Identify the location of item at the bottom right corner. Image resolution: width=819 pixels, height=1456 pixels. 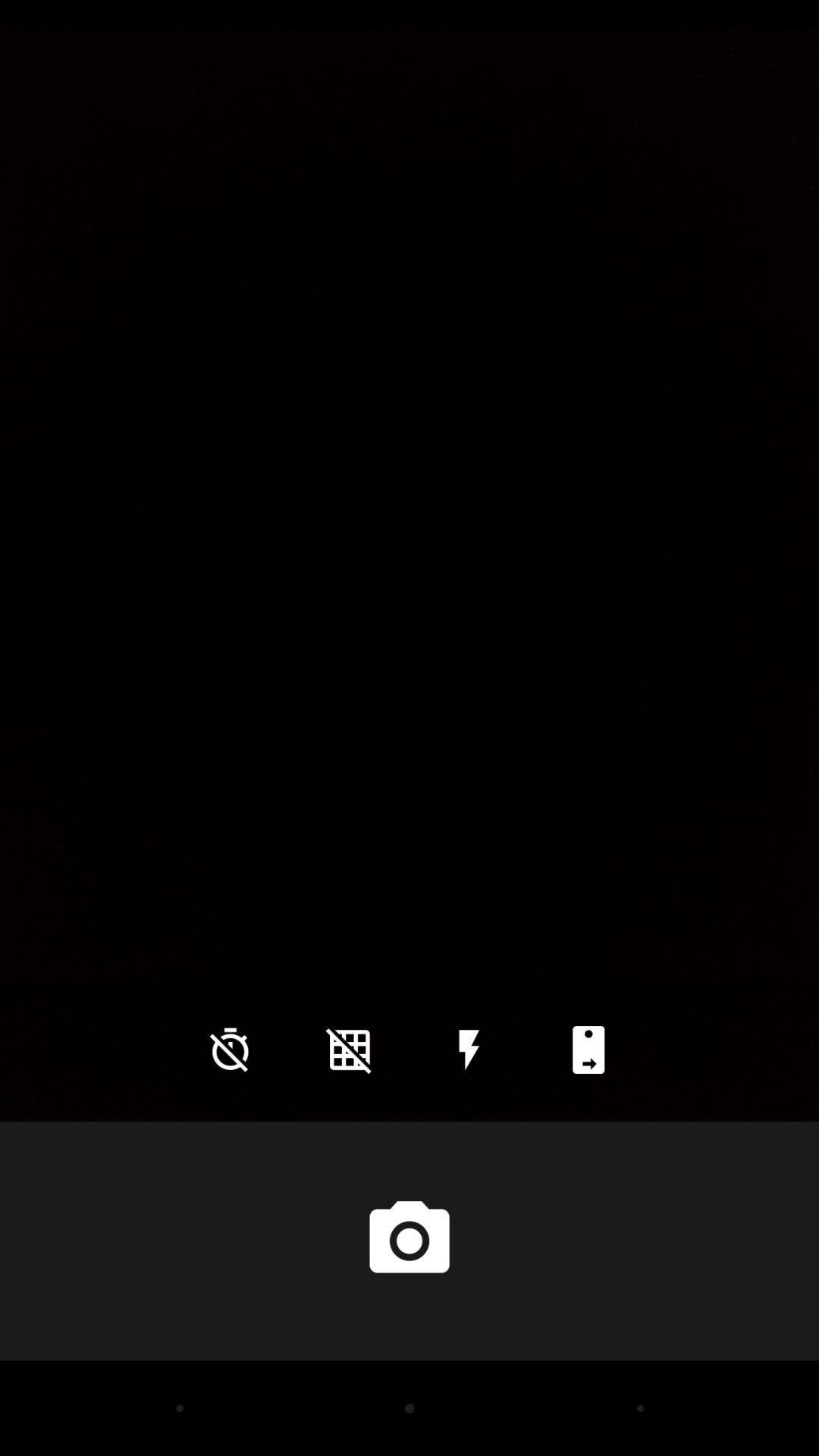
(588, 1049).